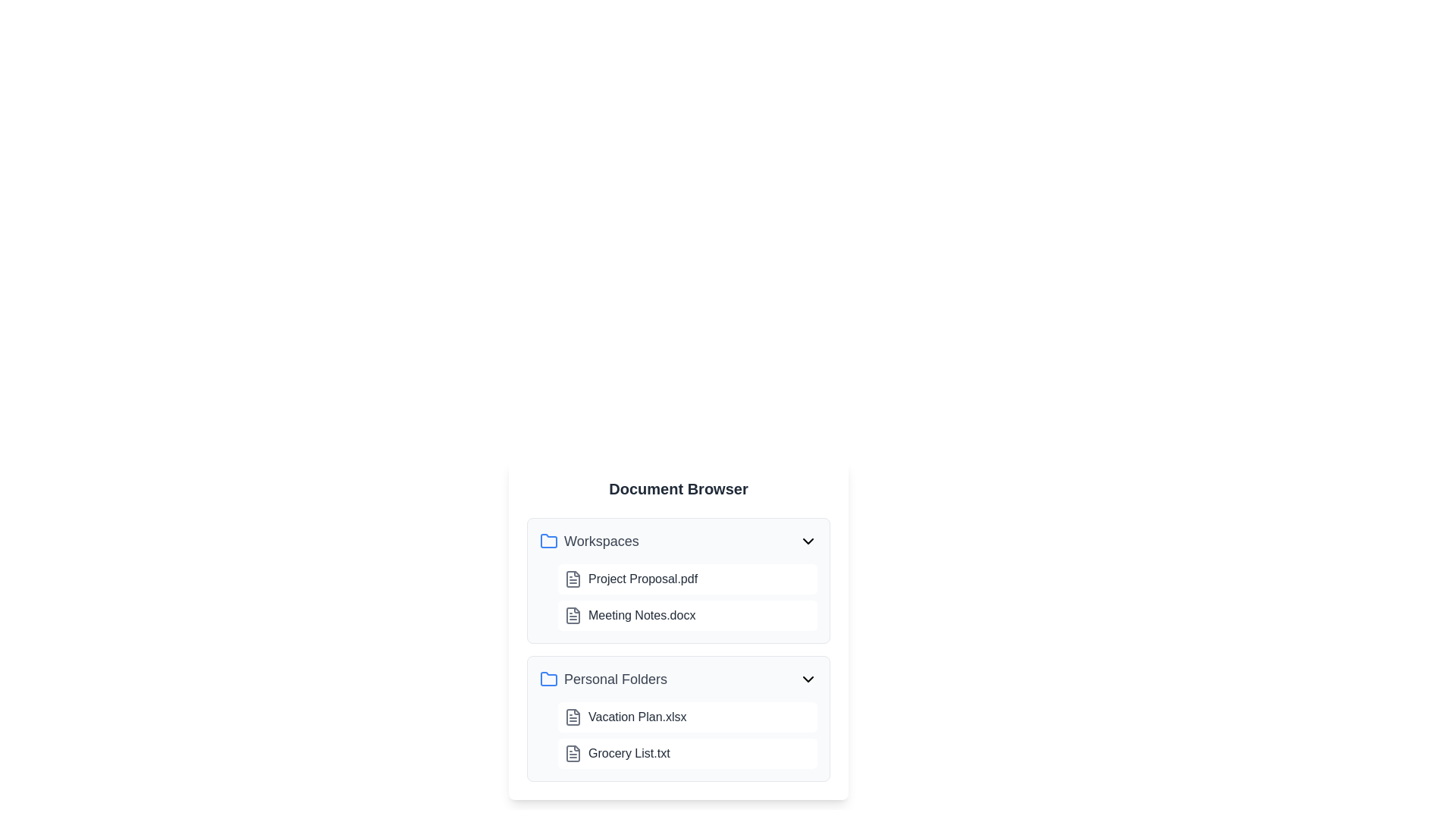 The width and height of the screenshot is (1456, 819). I want to click on the text label representing the file 'Vacation Plan.xlsx', which is the first entry in the 'Personal Folders' section of the interface, so click(637, 717).